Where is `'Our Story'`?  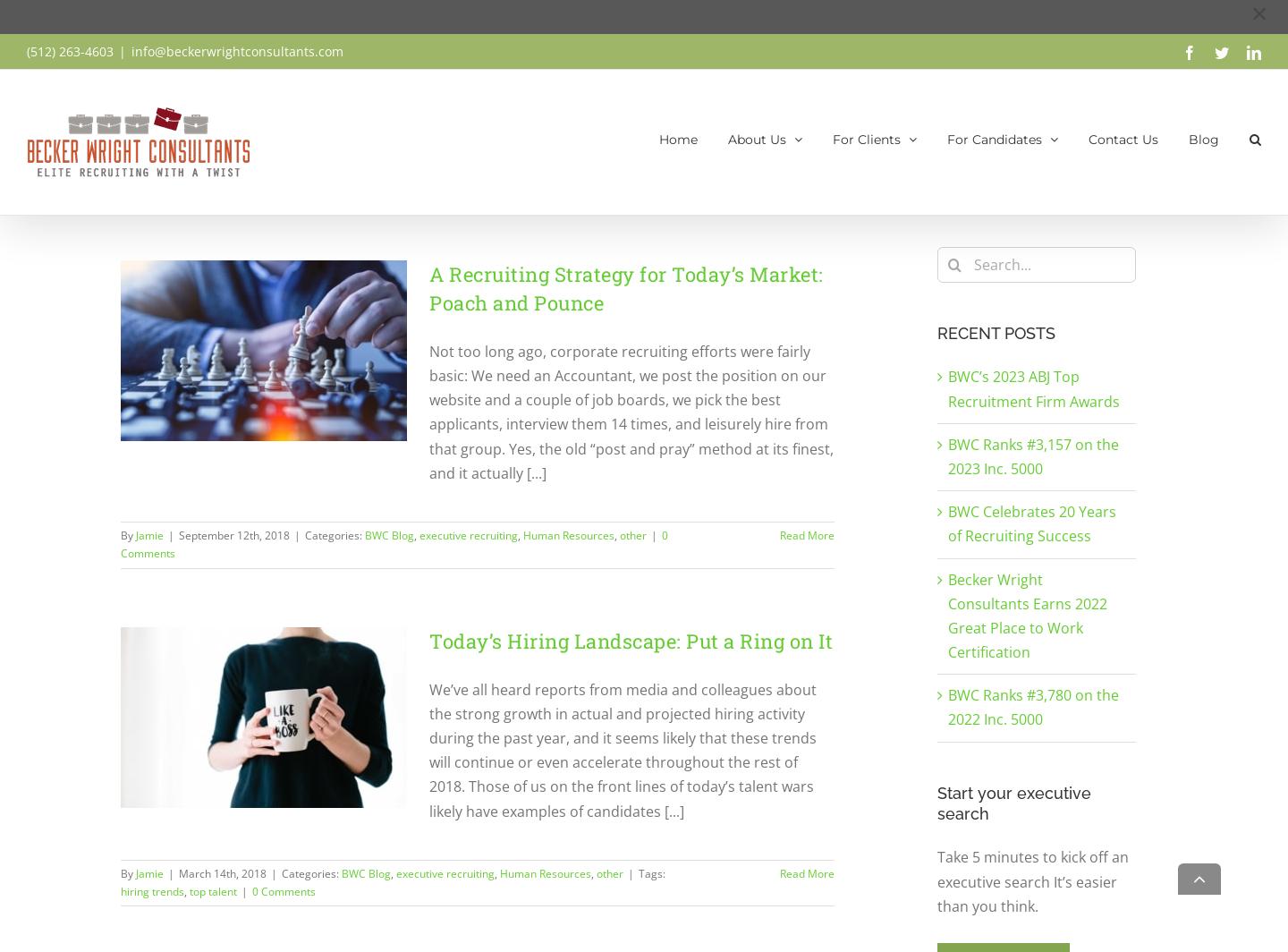
'Our Story' is located at coordinates (746, 220).